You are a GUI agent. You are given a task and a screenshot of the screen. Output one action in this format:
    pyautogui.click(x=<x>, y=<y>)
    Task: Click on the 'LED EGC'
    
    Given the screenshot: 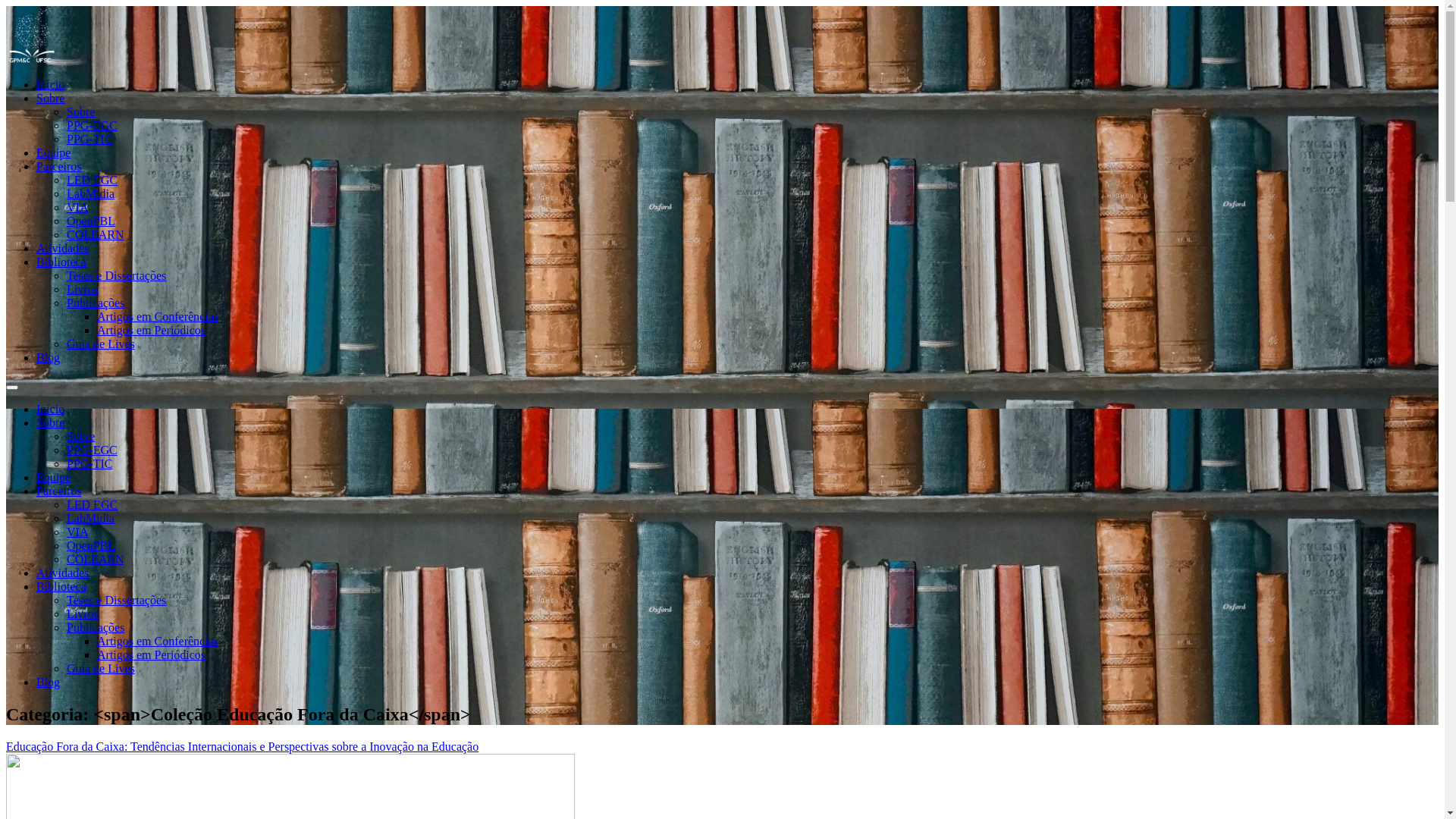 What is the action you would take?
    pyautogui.click(x=91, y=504)
    